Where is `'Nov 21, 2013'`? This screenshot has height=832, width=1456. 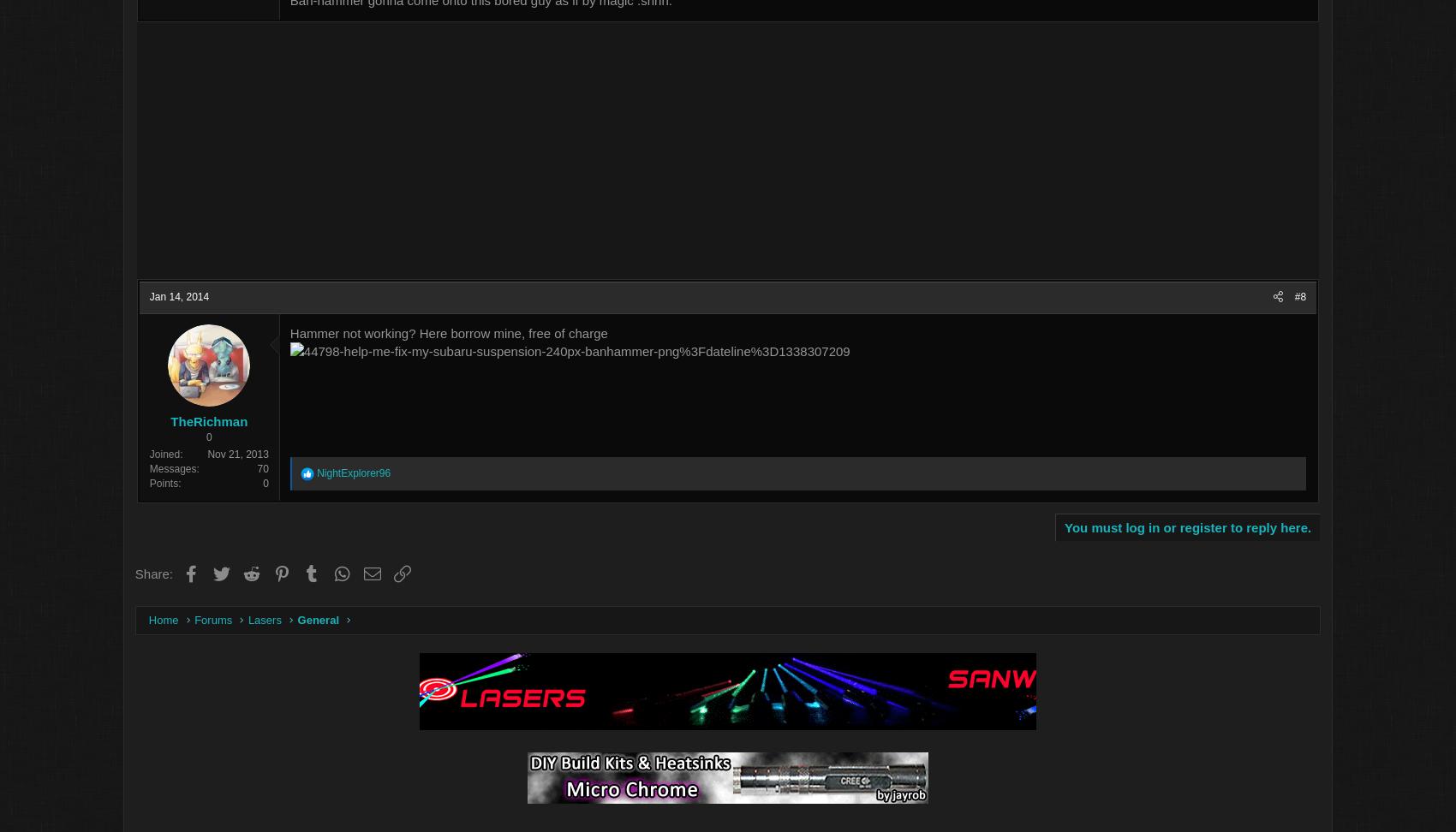
'Nov 21, 2013' is located at coordinates (330, 456).